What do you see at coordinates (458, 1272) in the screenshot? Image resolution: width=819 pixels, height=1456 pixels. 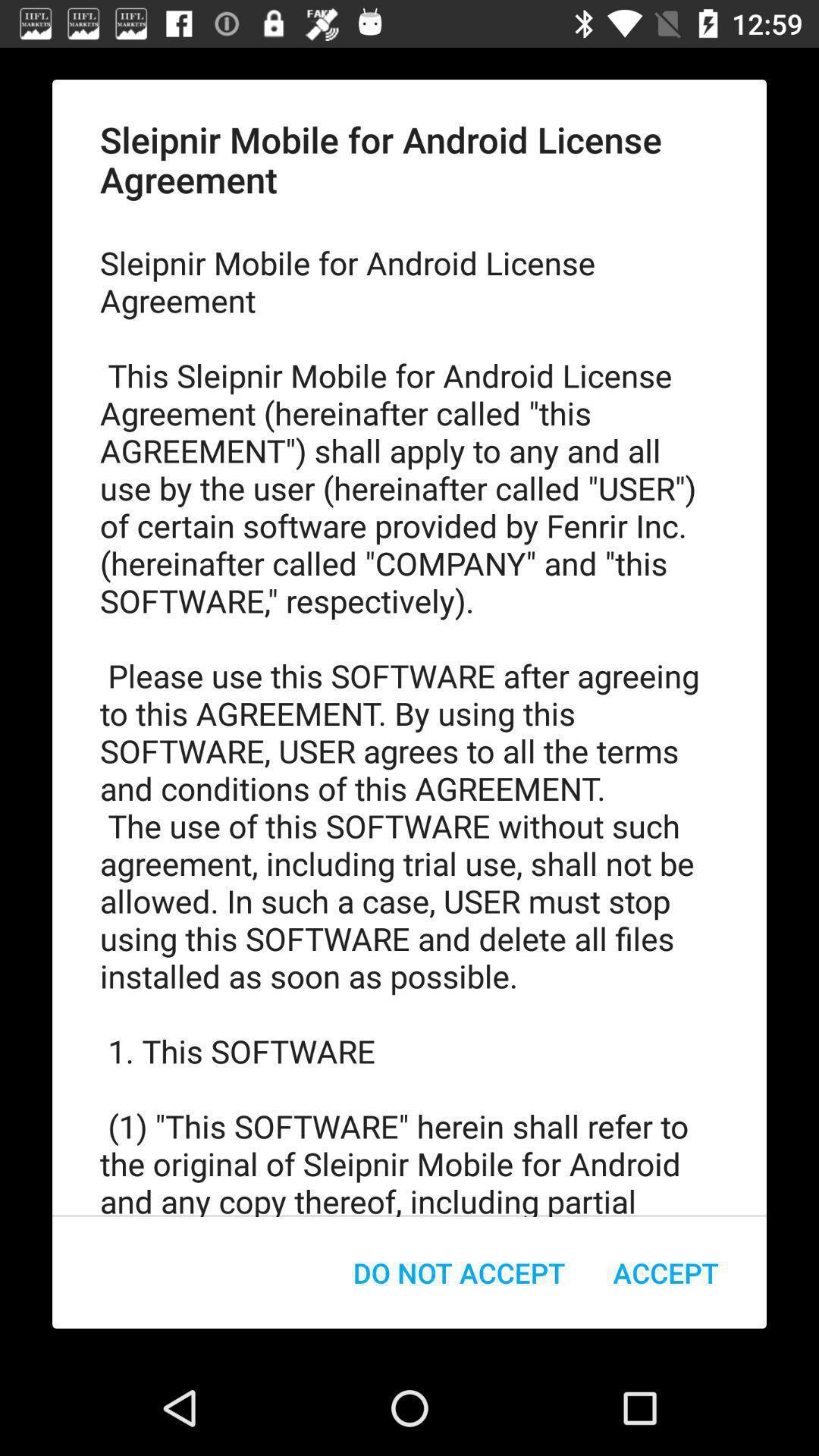 I see `the icon next to the accept icon` at bounding box center [458, 1272].